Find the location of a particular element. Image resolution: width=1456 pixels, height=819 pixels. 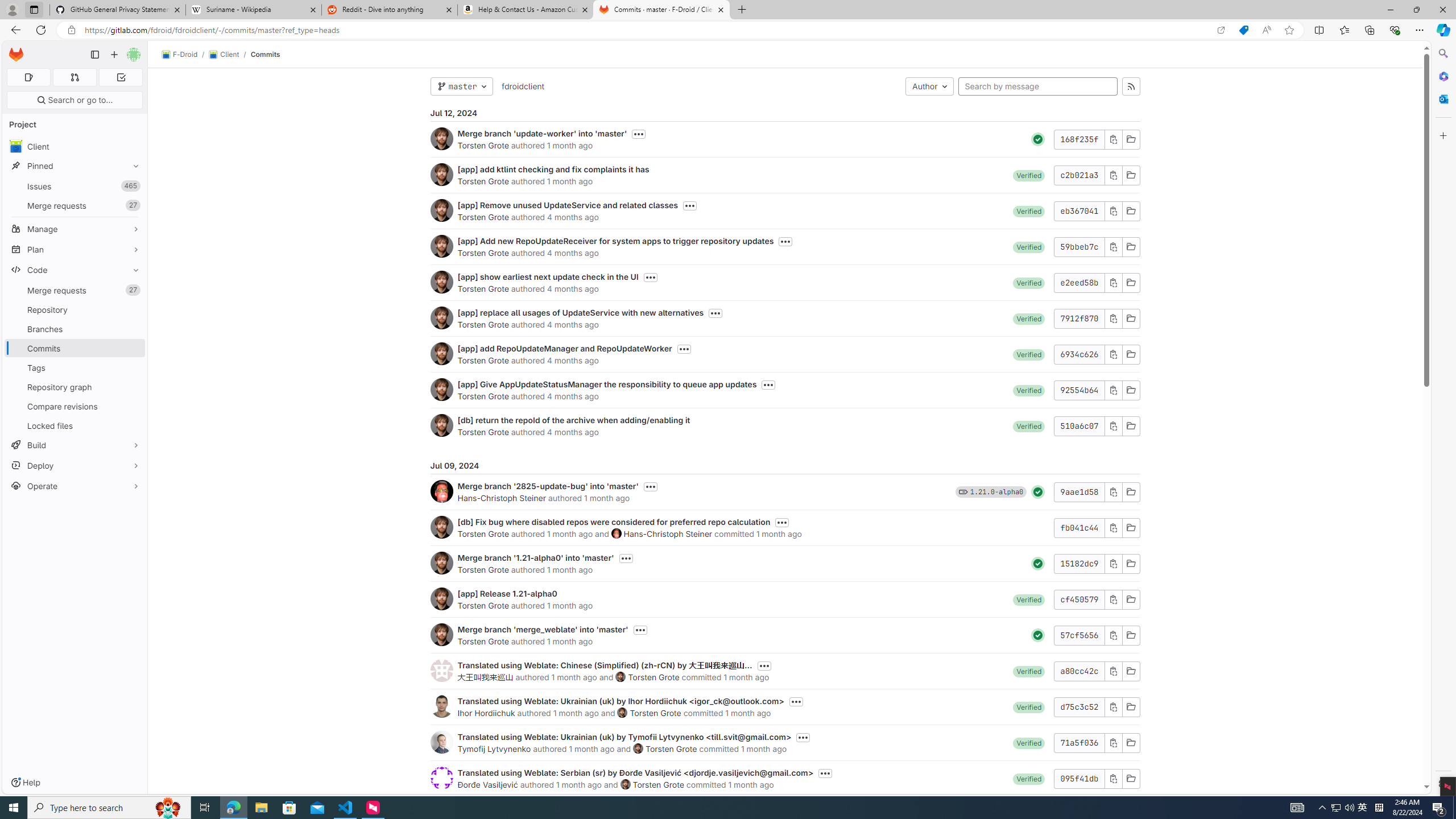

'Search' is located at coordinates (1442, 53).